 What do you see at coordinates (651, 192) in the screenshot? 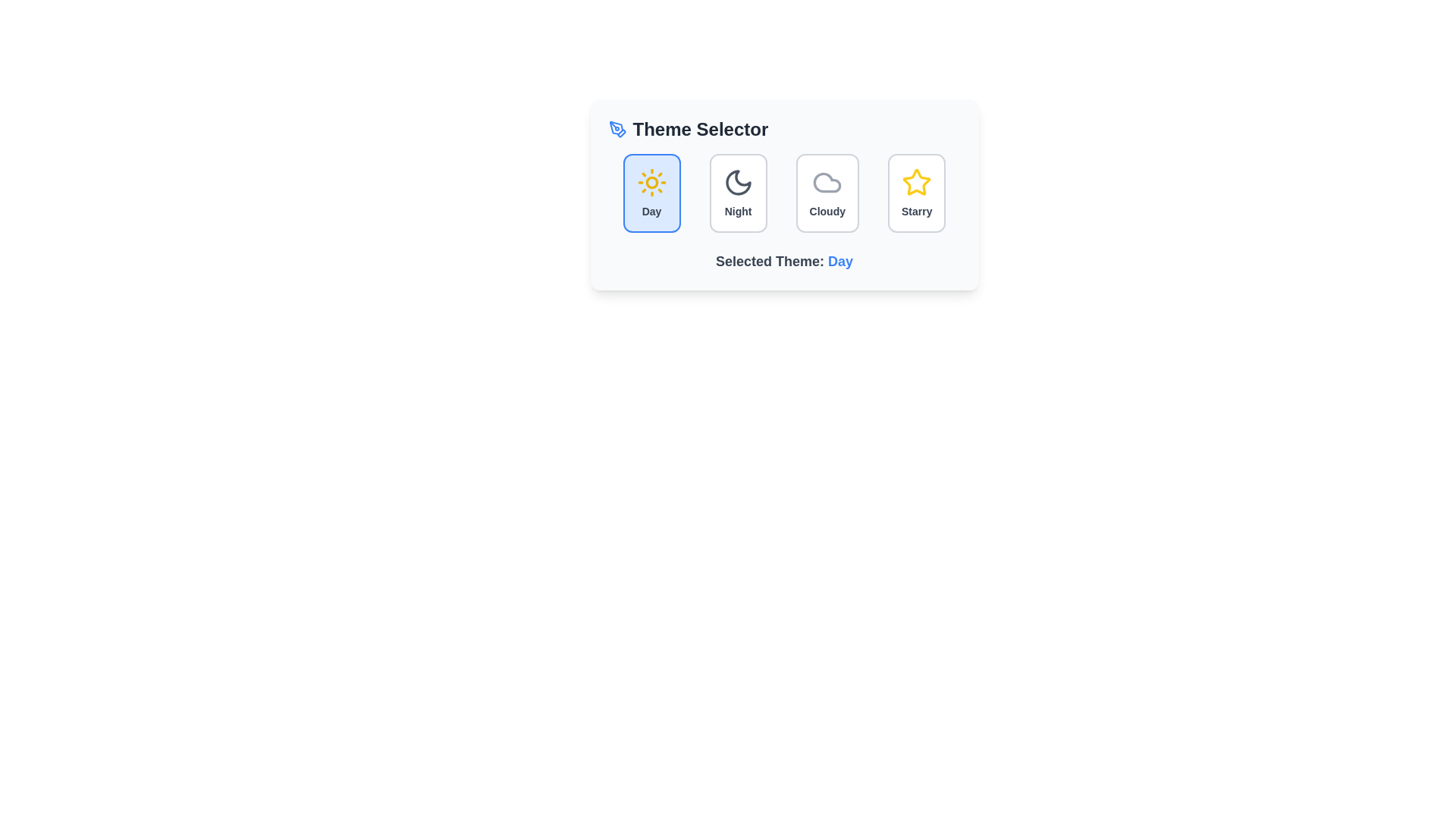
I see `the first Selection card in the 'Theme Selector' section which has a soft blue background and a sun icon` at bounding box center [651, 192].